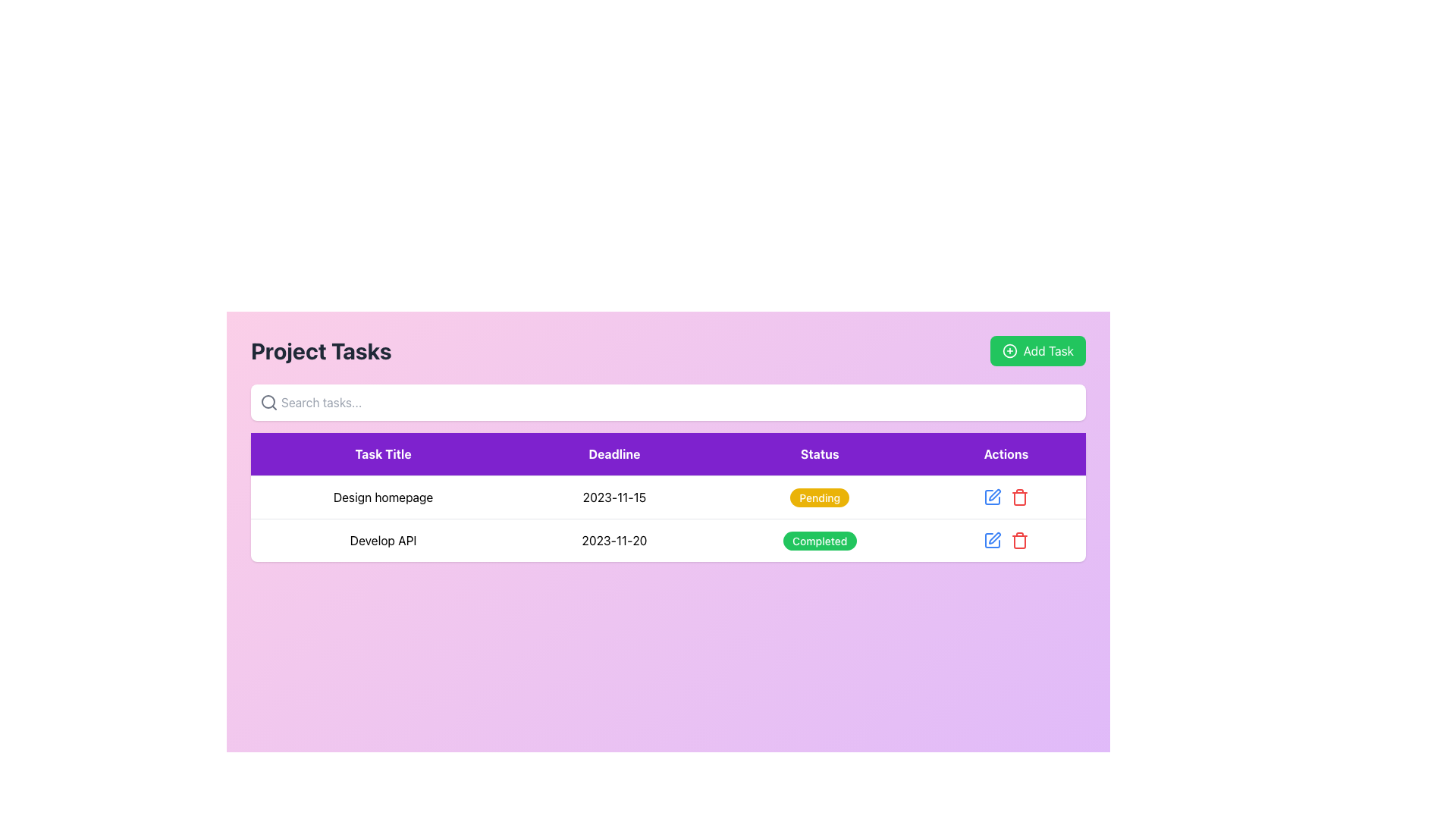  Describe the element at coordinates (819, 453) in the screenshot. I see `the 'Status' table header, which is the third header in a row of four, featuring white text on a purple background` at that location.